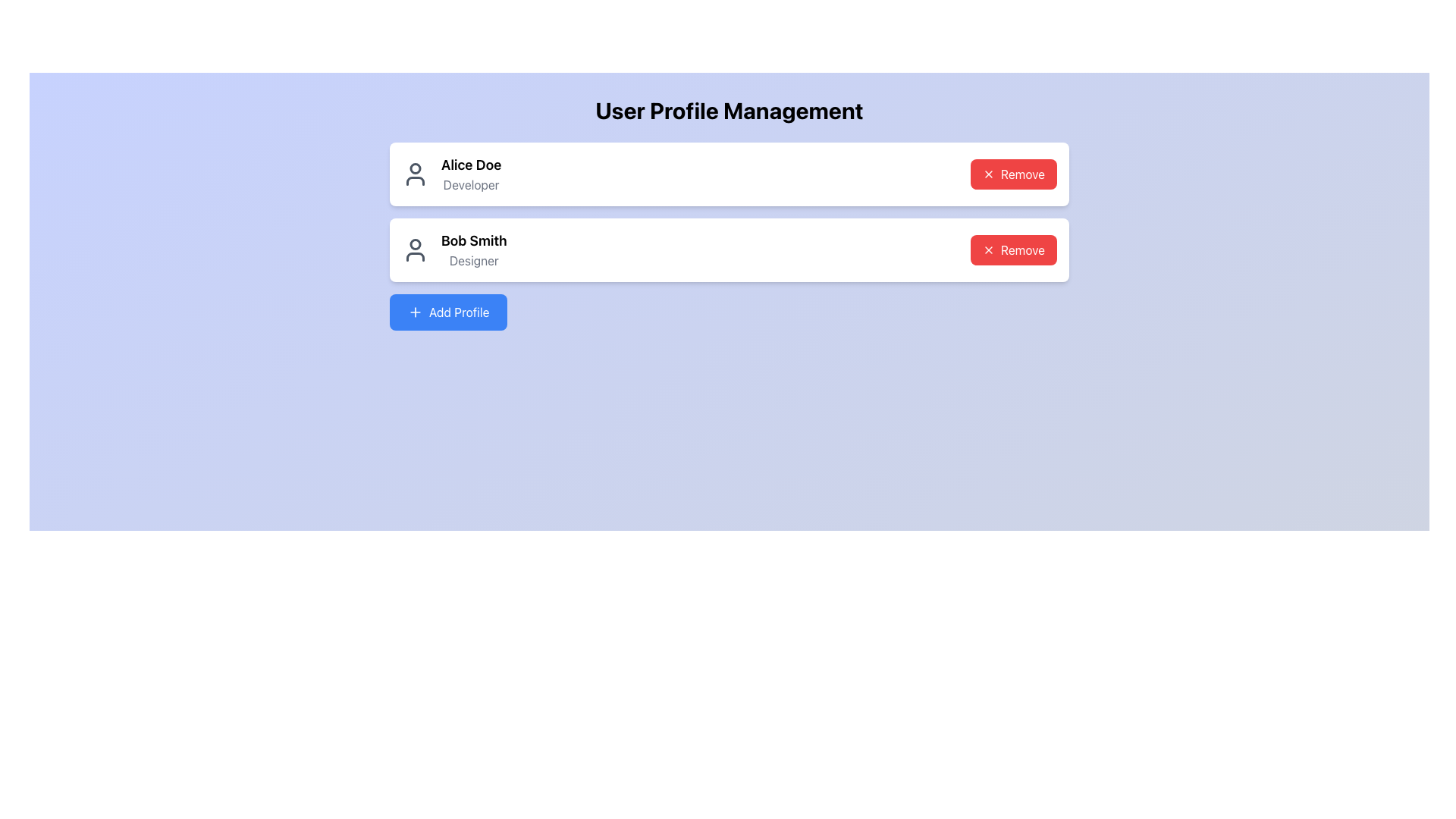 Image resolution: width=1456 pixels, height=819 pixels. I want to click on the 'Add Profile' text label on the blue button, so click(458, 312).